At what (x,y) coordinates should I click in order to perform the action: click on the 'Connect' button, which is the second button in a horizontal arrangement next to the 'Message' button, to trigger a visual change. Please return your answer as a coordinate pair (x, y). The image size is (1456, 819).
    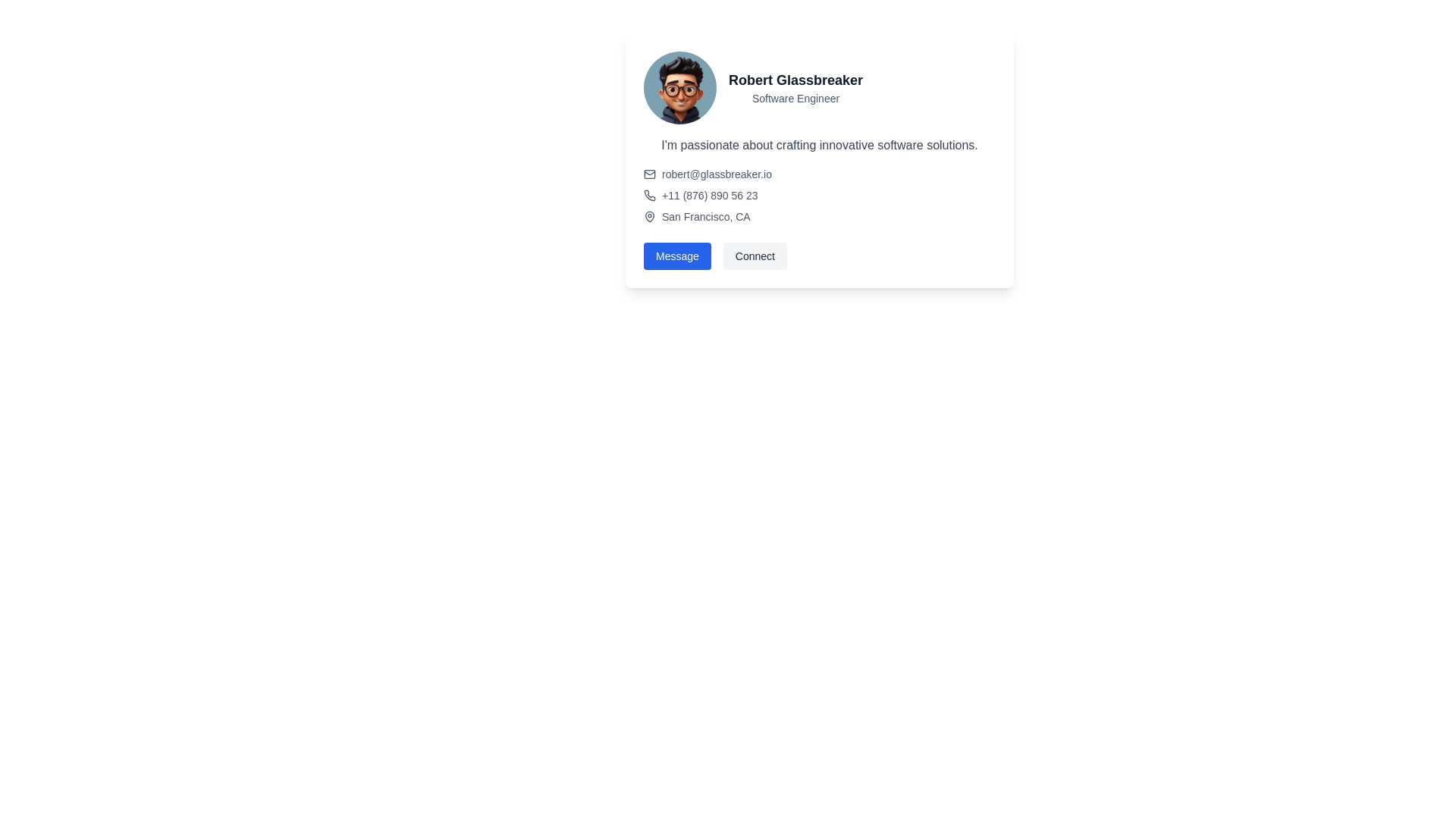
    Looking at the image, I should click on (755, 256).